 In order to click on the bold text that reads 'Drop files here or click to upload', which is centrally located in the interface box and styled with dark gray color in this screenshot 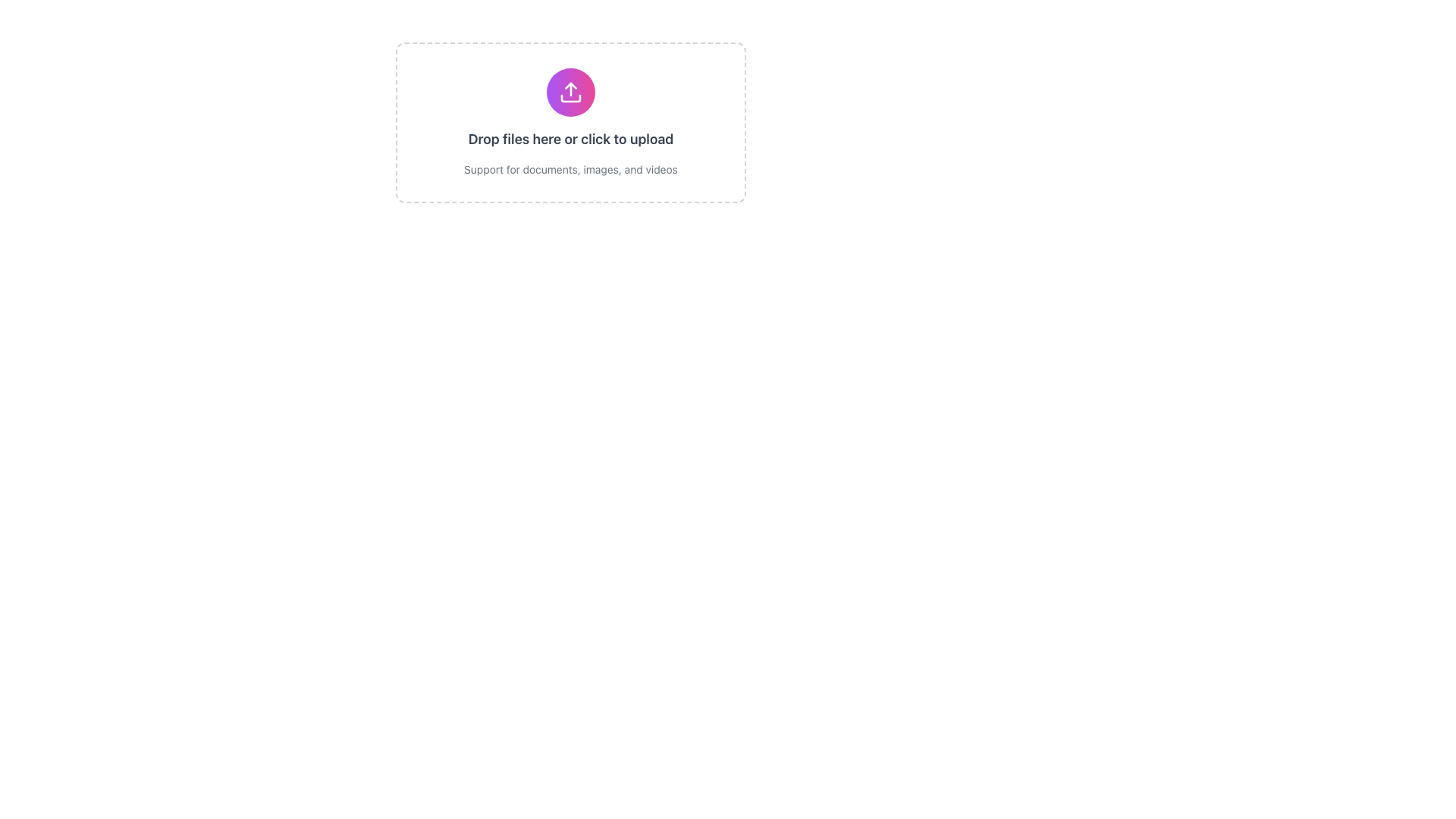, I will do `click(570, 140)`.